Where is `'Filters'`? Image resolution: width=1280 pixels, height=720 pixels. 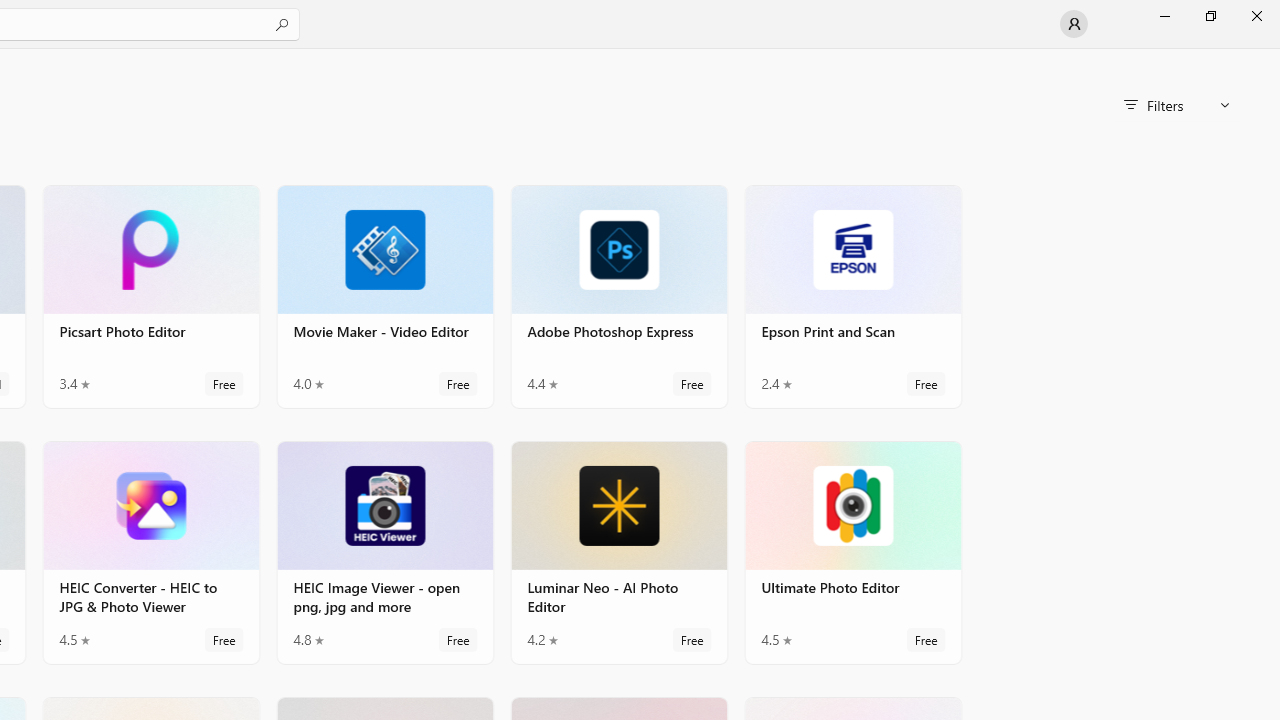 'Filters' is located at coordinates (1176, 105).